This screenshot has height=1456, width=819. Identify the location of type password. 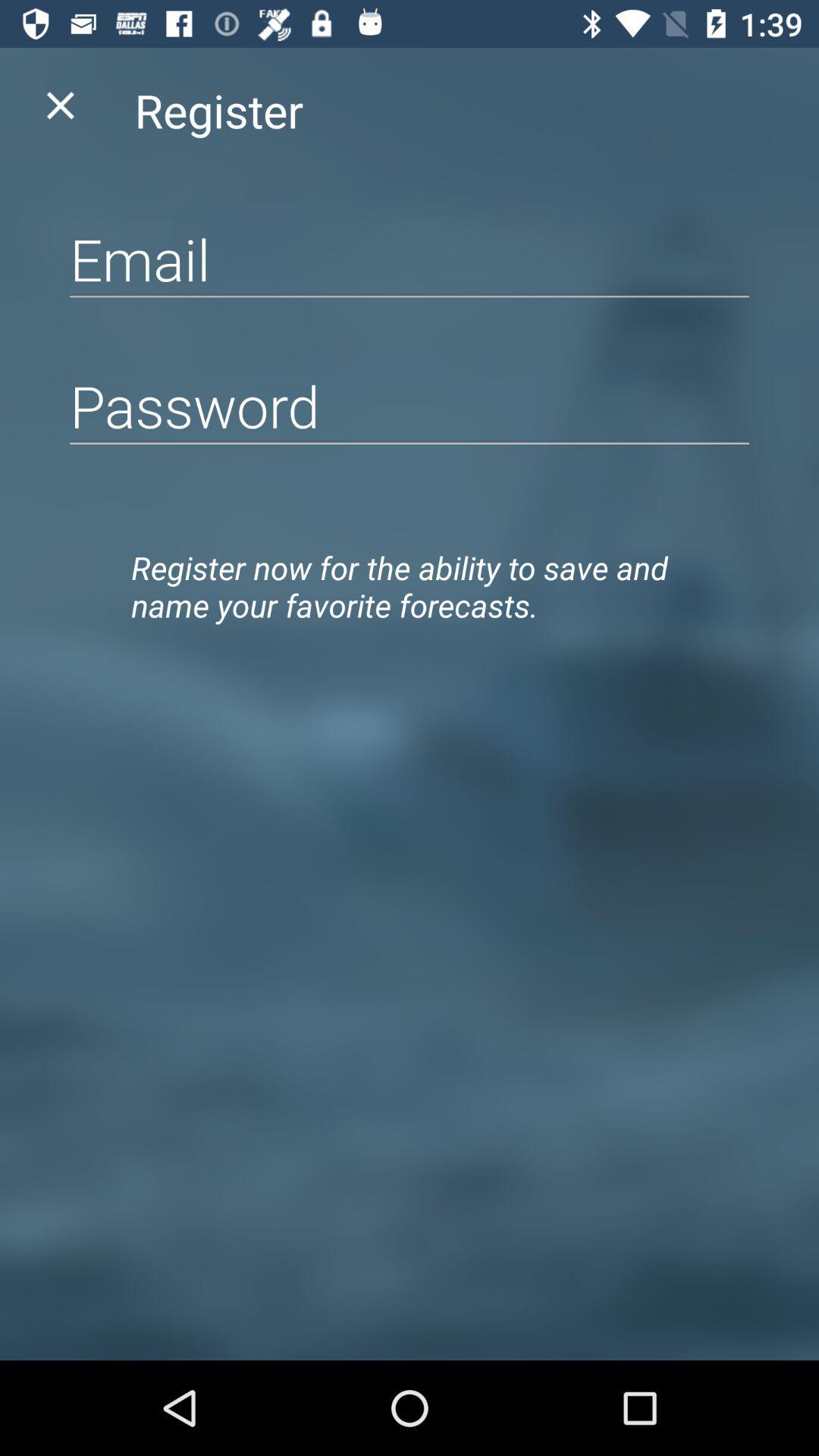
(409, 406).